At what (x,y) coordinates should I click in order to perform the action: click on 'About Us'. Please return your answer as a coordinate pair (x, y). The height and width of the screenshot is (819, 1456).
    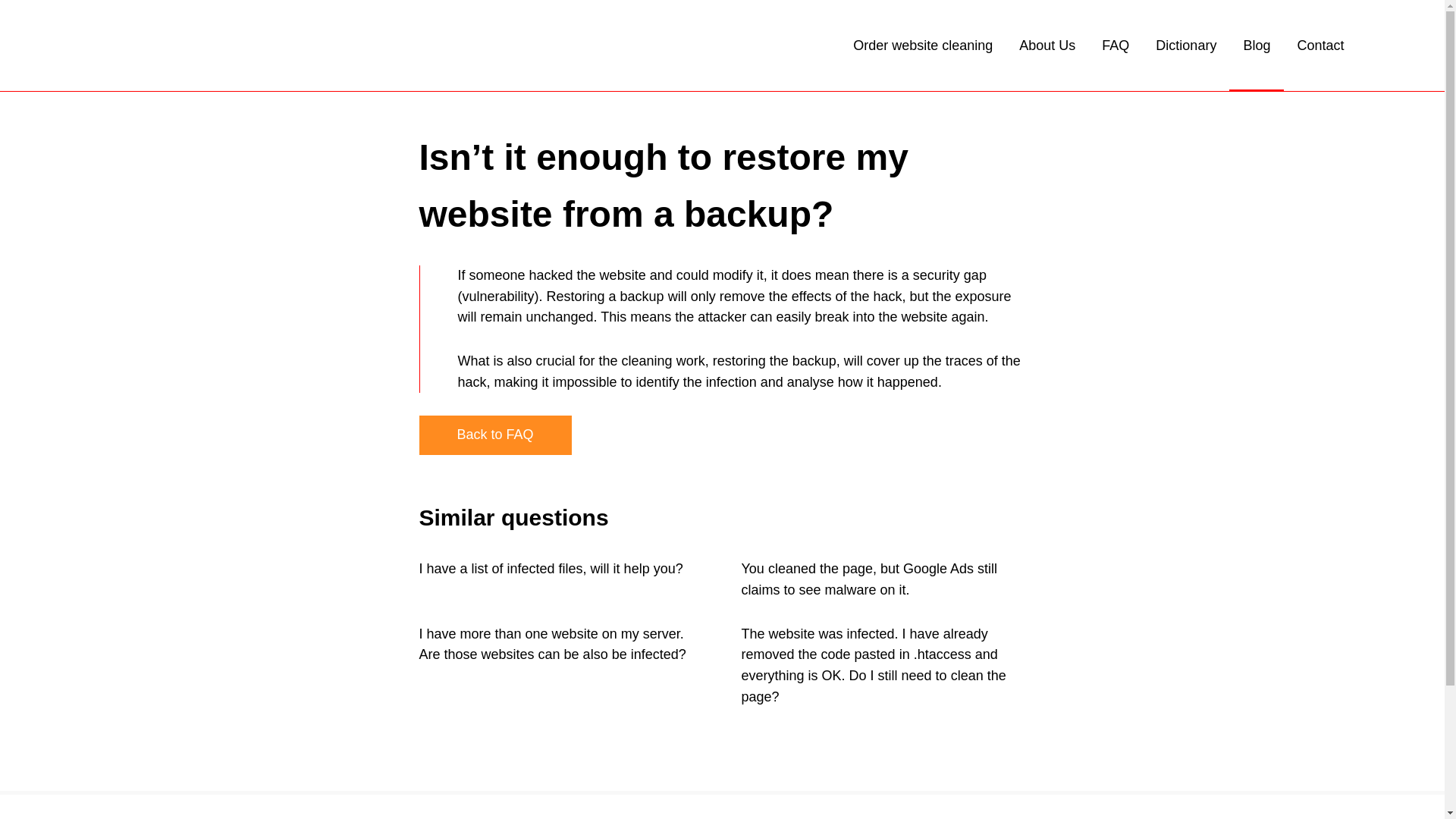
    Looking at the image, I should click on (1019, 45).